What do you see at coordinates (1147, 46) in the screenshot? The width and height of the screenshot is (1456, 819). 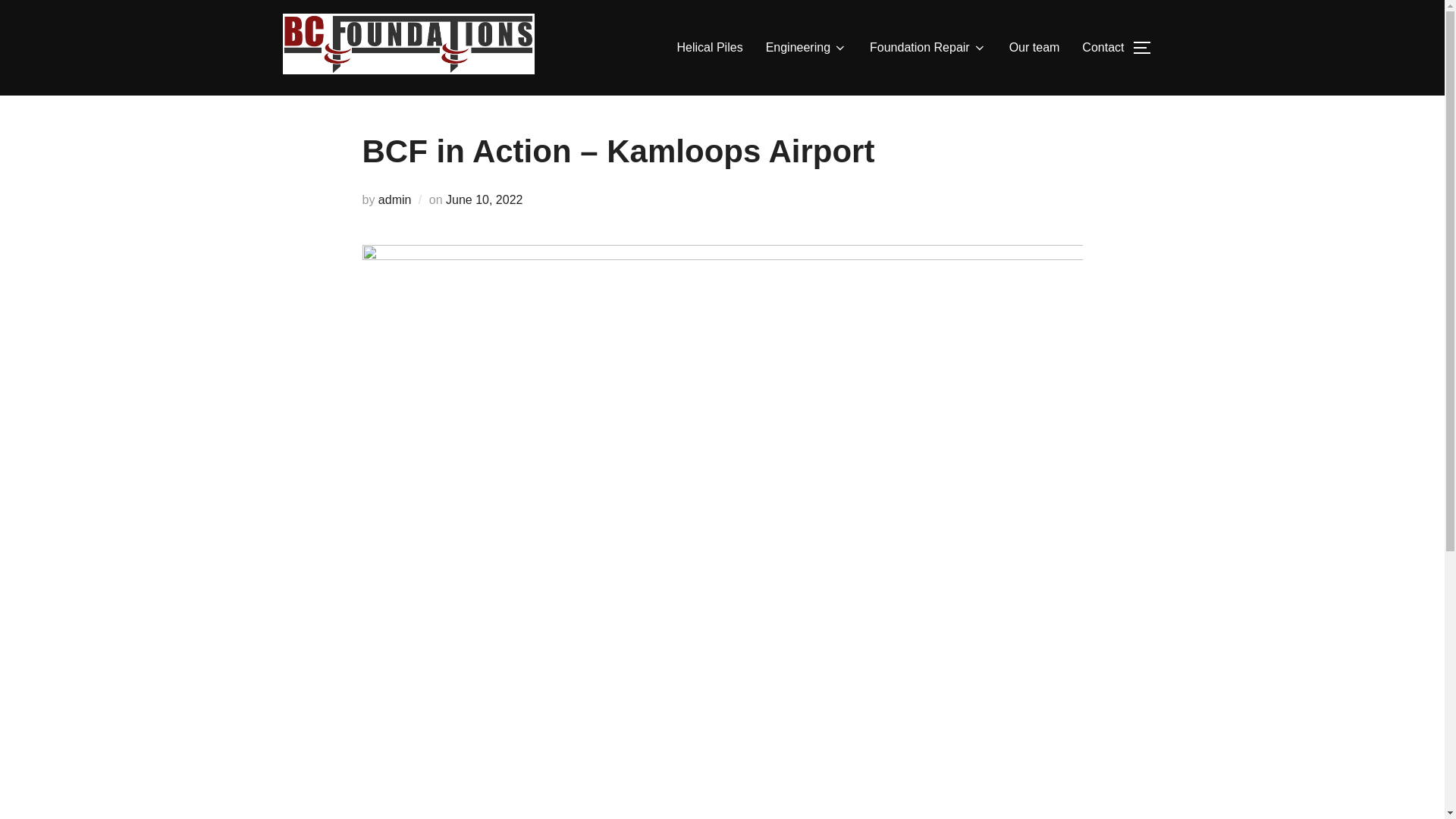 I see `'TOGGLE SIDEBAR & NAVIGATION'` at bounding box center [1147, 46].